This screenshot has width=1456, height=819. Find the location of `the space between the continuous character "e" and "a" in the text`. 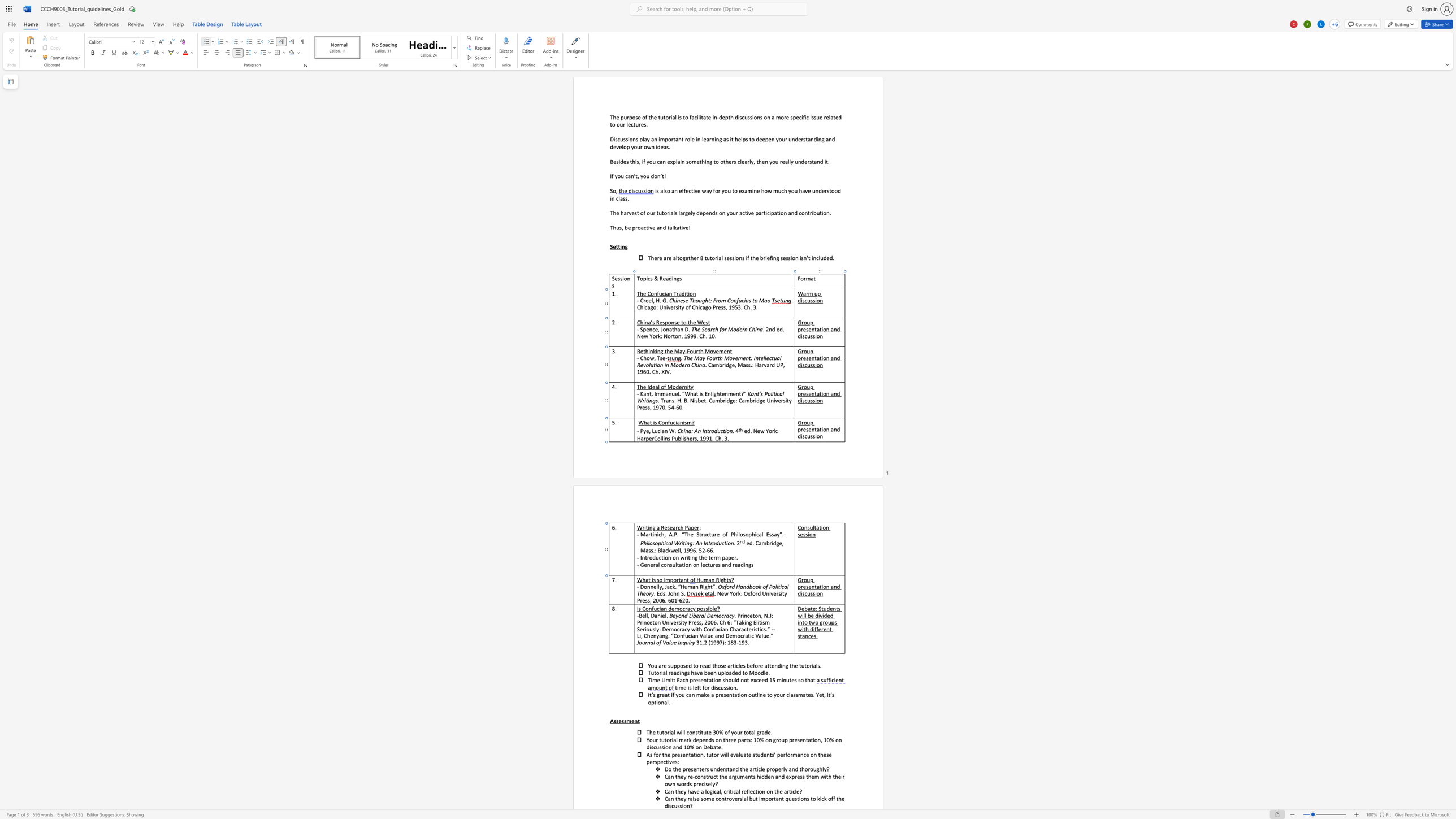

the space between the continuous character "e" and "a" in the text is located at coordinates (672, 527).